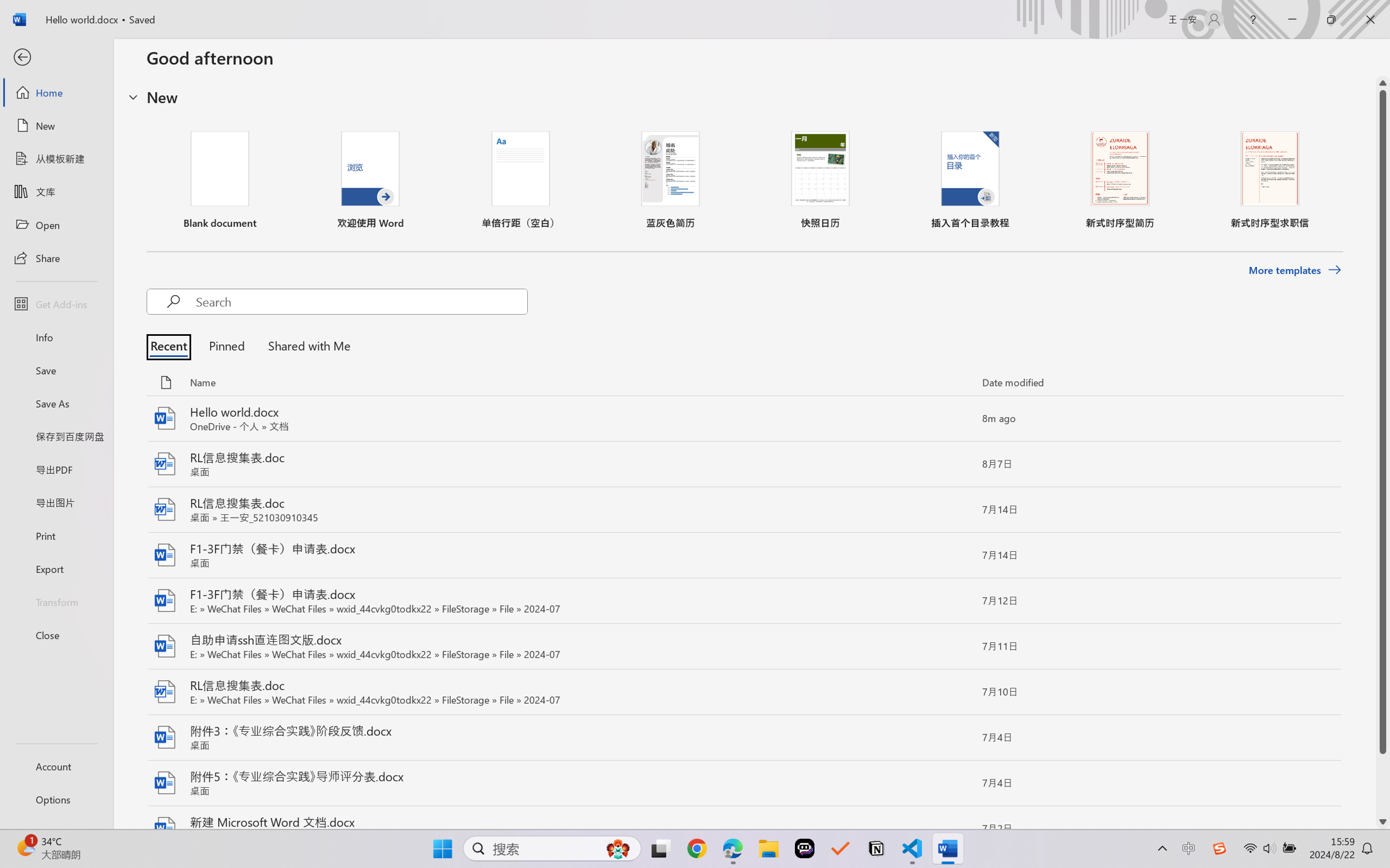 This screenshot has width=1390, height=868. I want to click on 'Share', so click(56, 257).